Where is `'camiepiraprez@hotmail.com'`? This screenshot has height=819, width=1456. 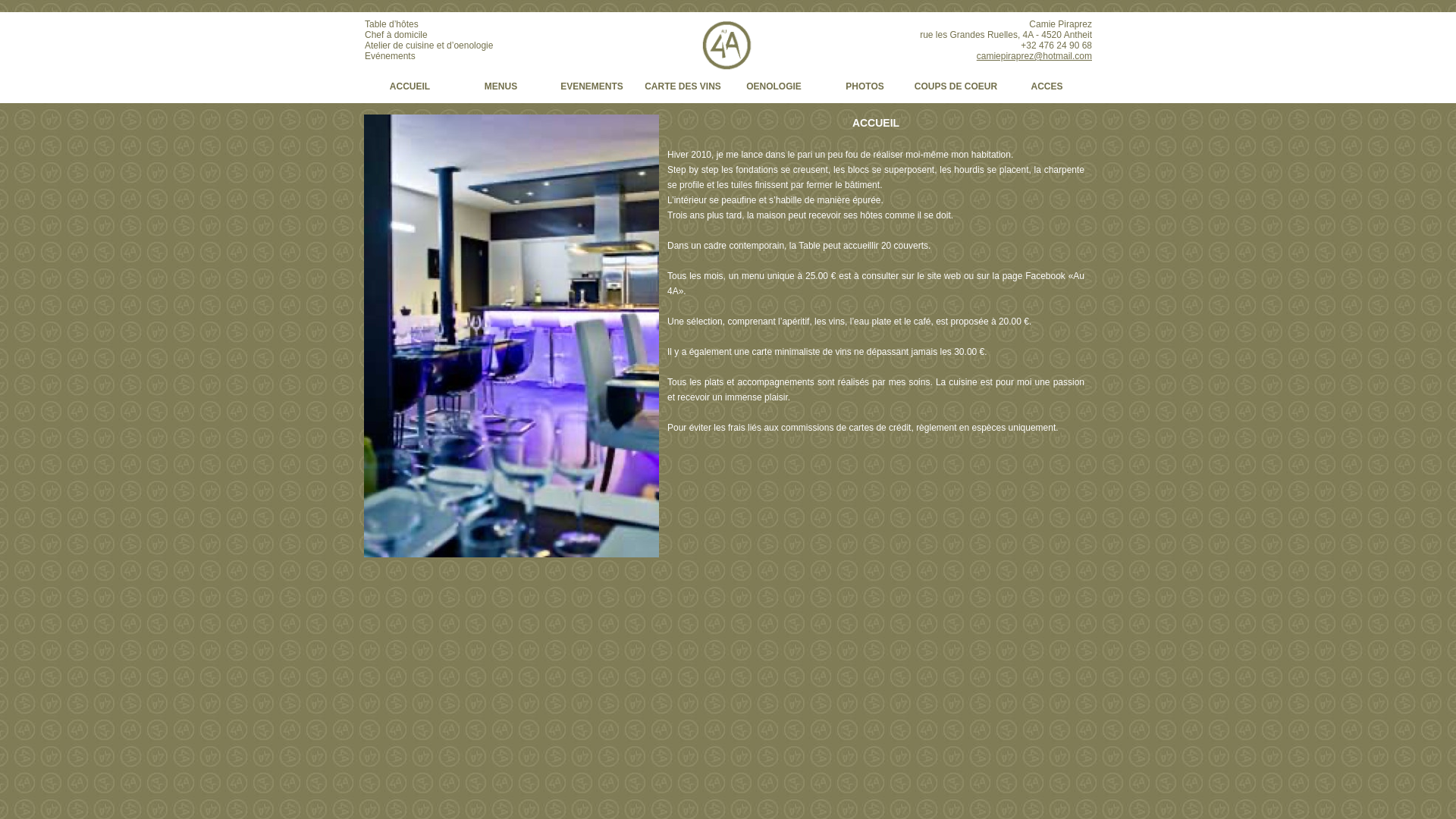 'camiepiraprez@hotmail.com' is located at coordinates (976, 55).